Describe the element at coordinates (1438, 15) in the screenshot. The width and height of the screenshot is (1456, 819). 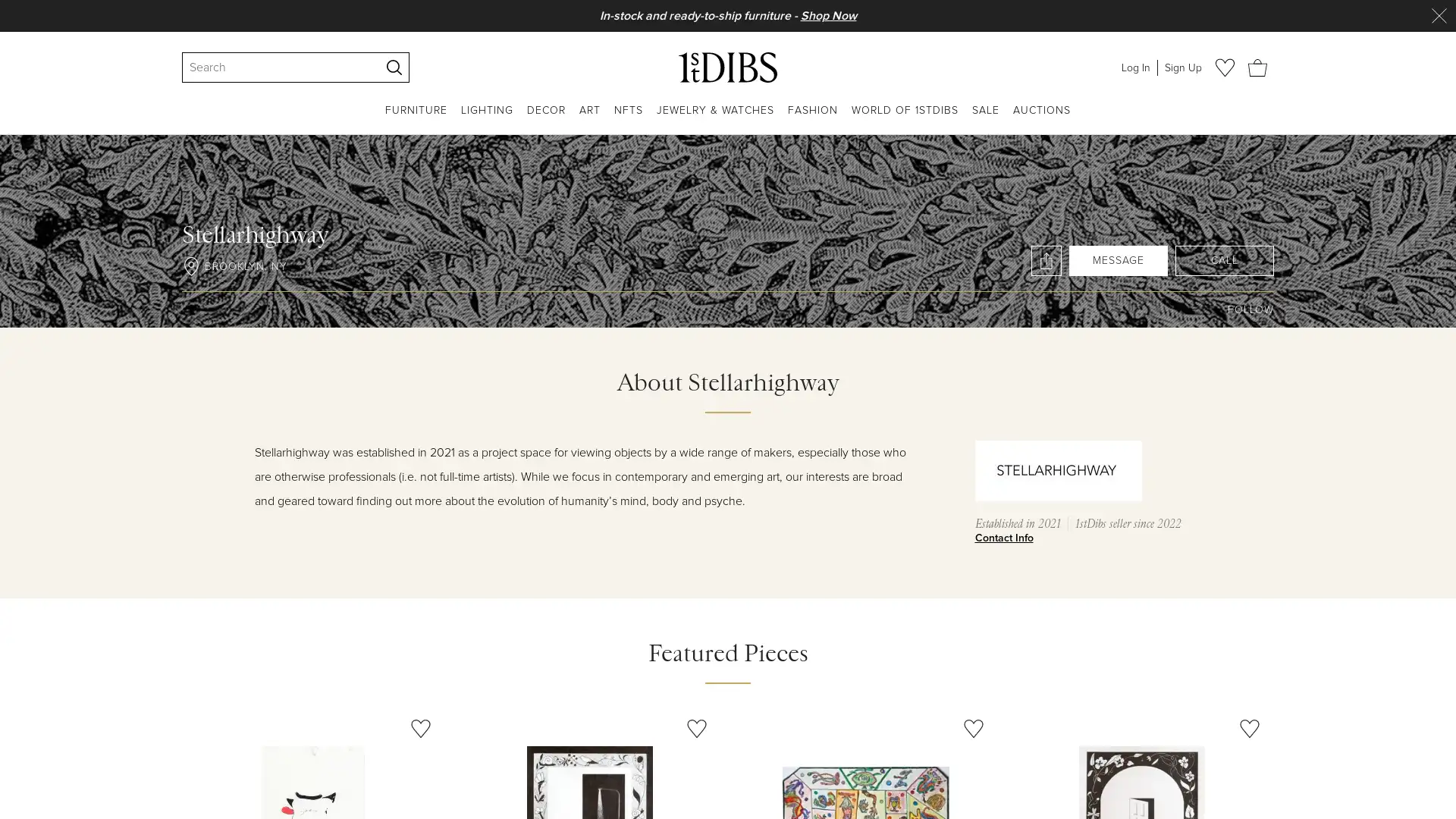
I see `Close` at that location.